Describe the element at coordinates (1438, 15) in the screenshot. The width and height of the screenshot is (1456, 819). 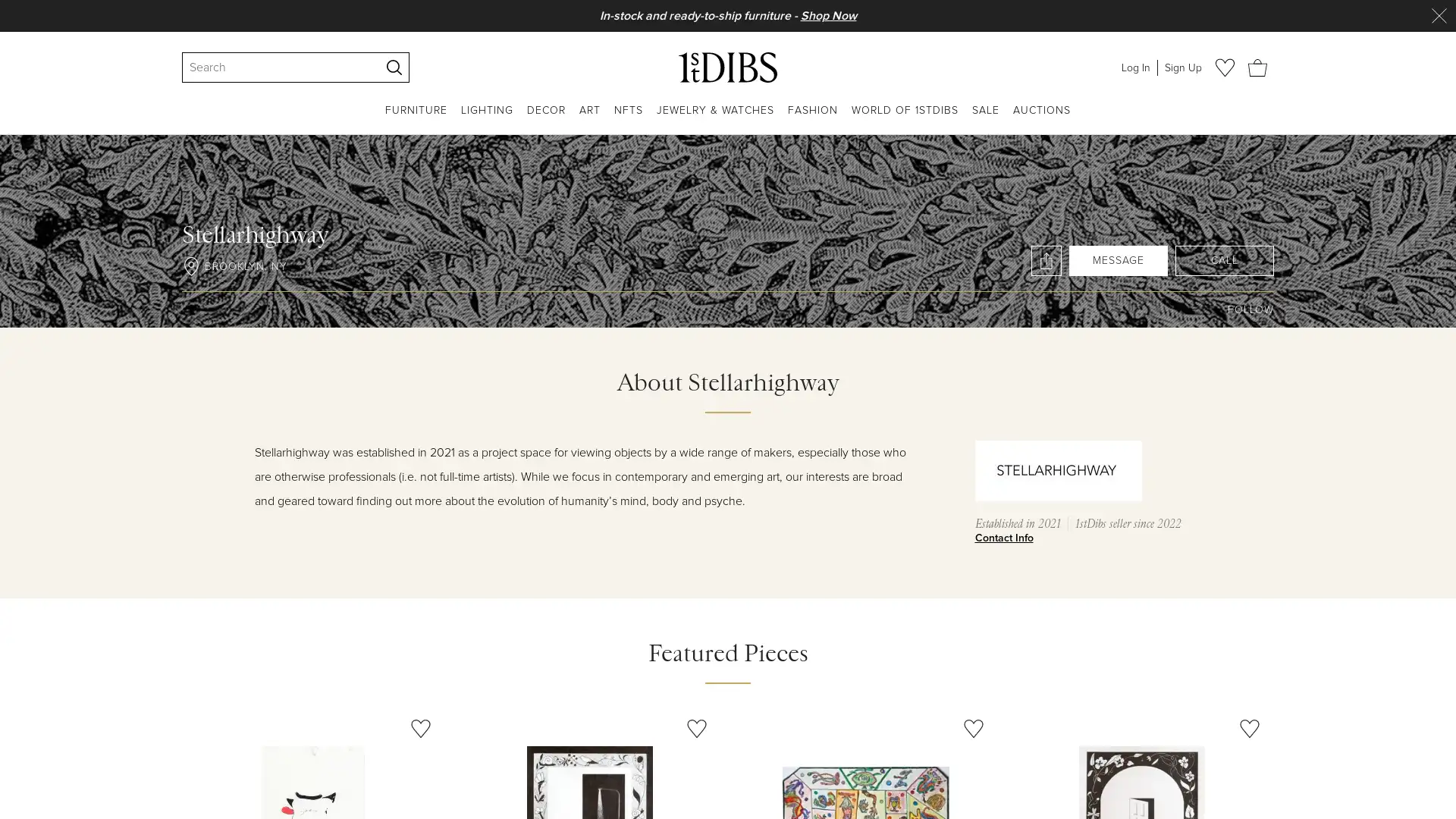
I see `Close` at that location.